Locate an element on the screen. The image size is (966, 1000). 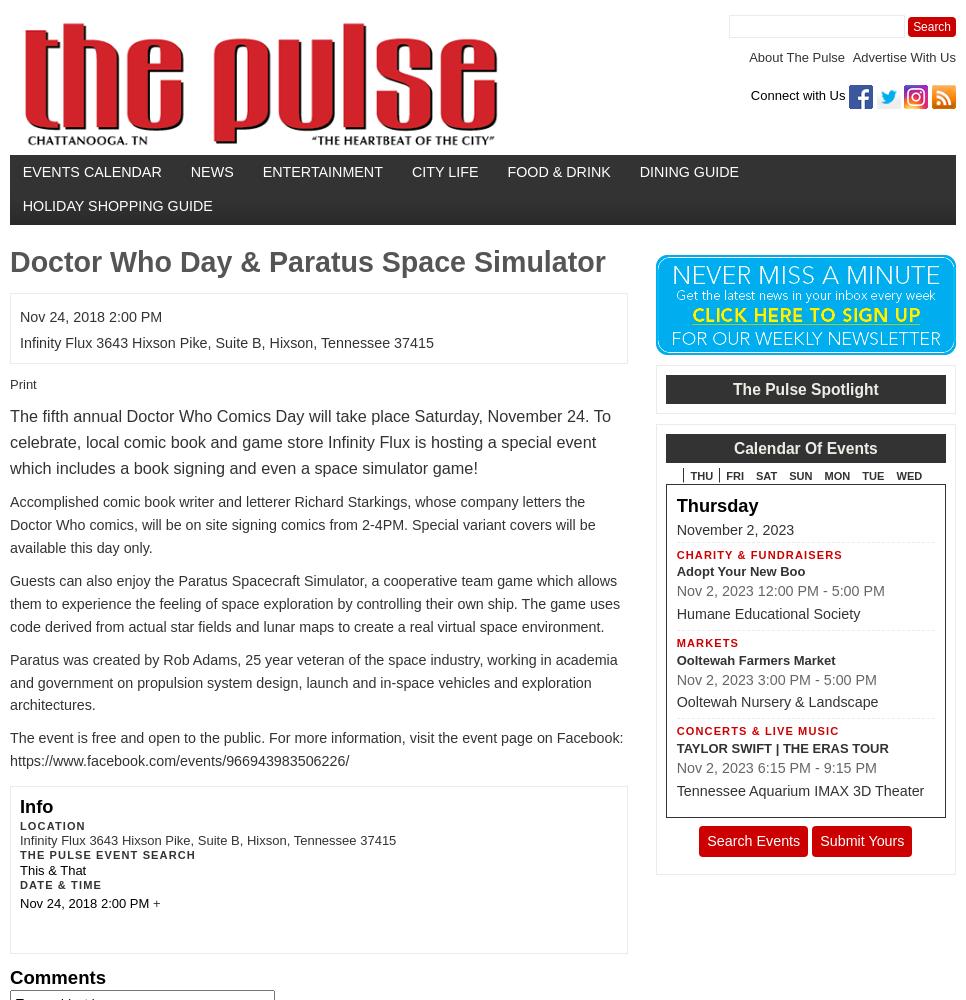
'Events Calendar' is located at coordinates (21, 171).